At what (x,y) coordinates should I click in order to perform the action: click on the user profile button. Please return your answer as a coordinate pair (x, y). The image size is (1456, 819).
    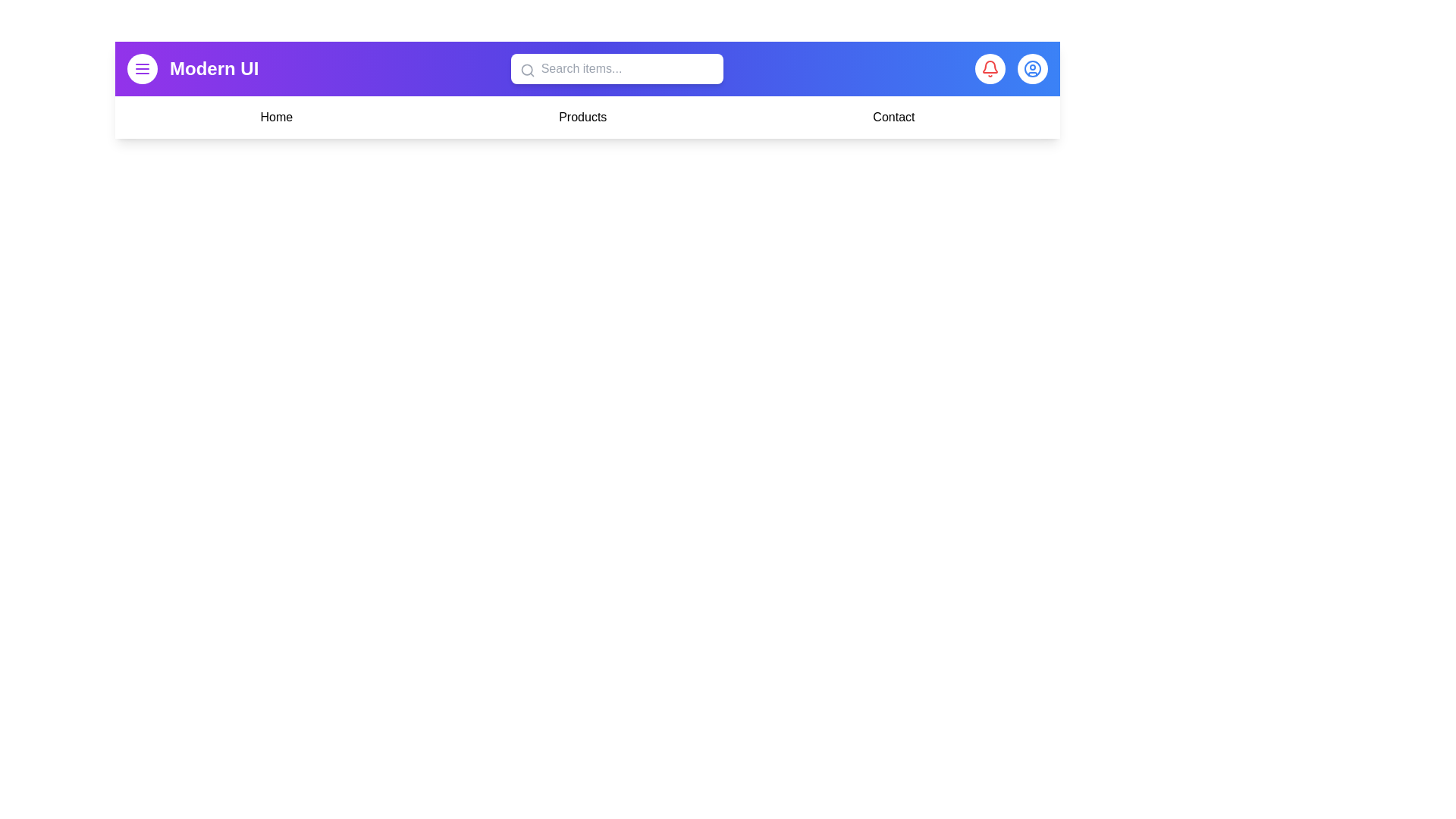
    Looking at the image, I should click on (1032, 69).